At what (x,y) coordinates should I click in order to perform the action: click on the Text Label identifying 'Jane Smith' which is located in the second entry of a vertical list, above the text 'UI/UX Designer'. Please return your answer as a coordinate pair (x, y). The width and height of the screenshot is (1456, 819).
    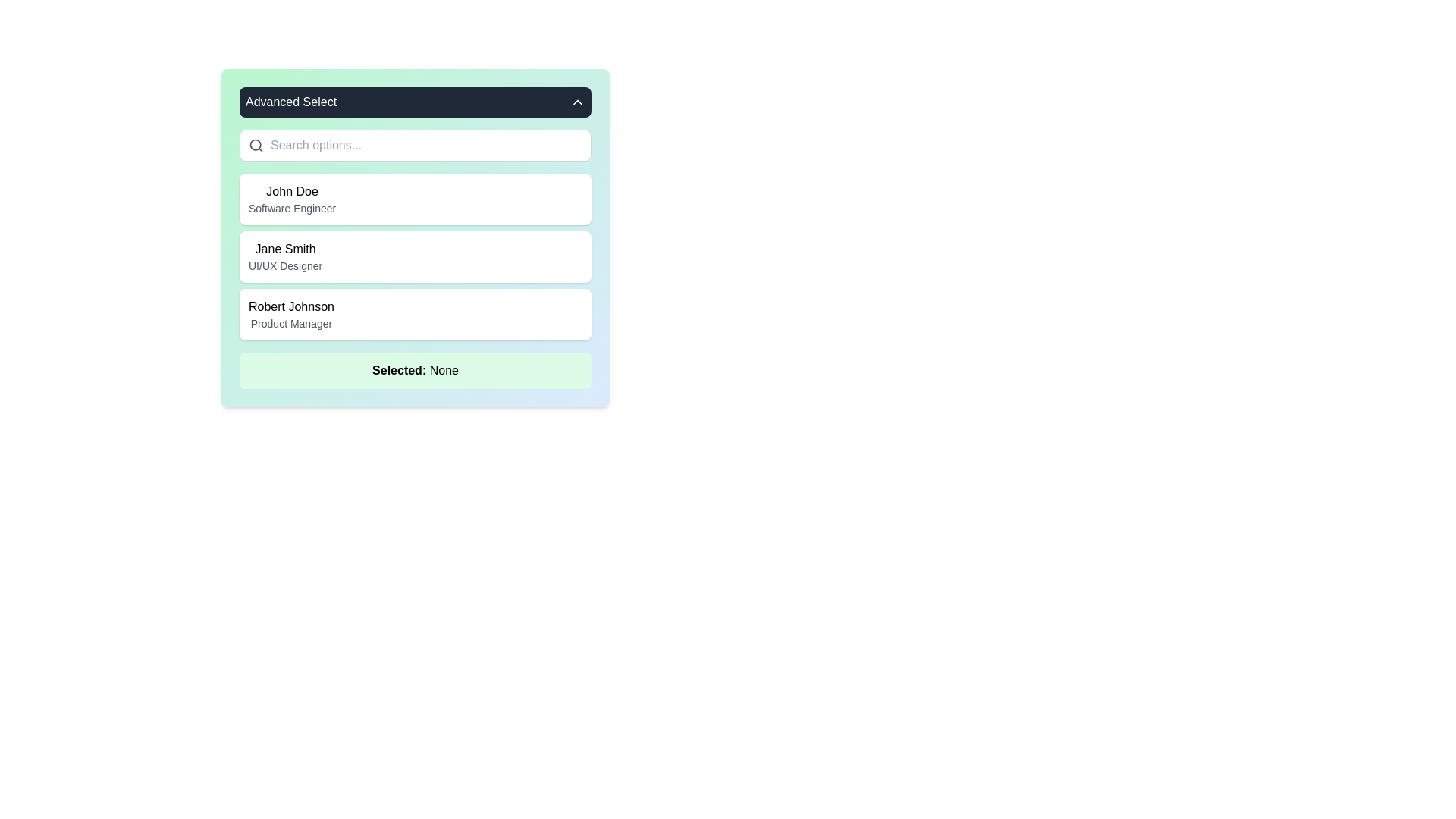
    Looking at the image, I should click on (285, 248).